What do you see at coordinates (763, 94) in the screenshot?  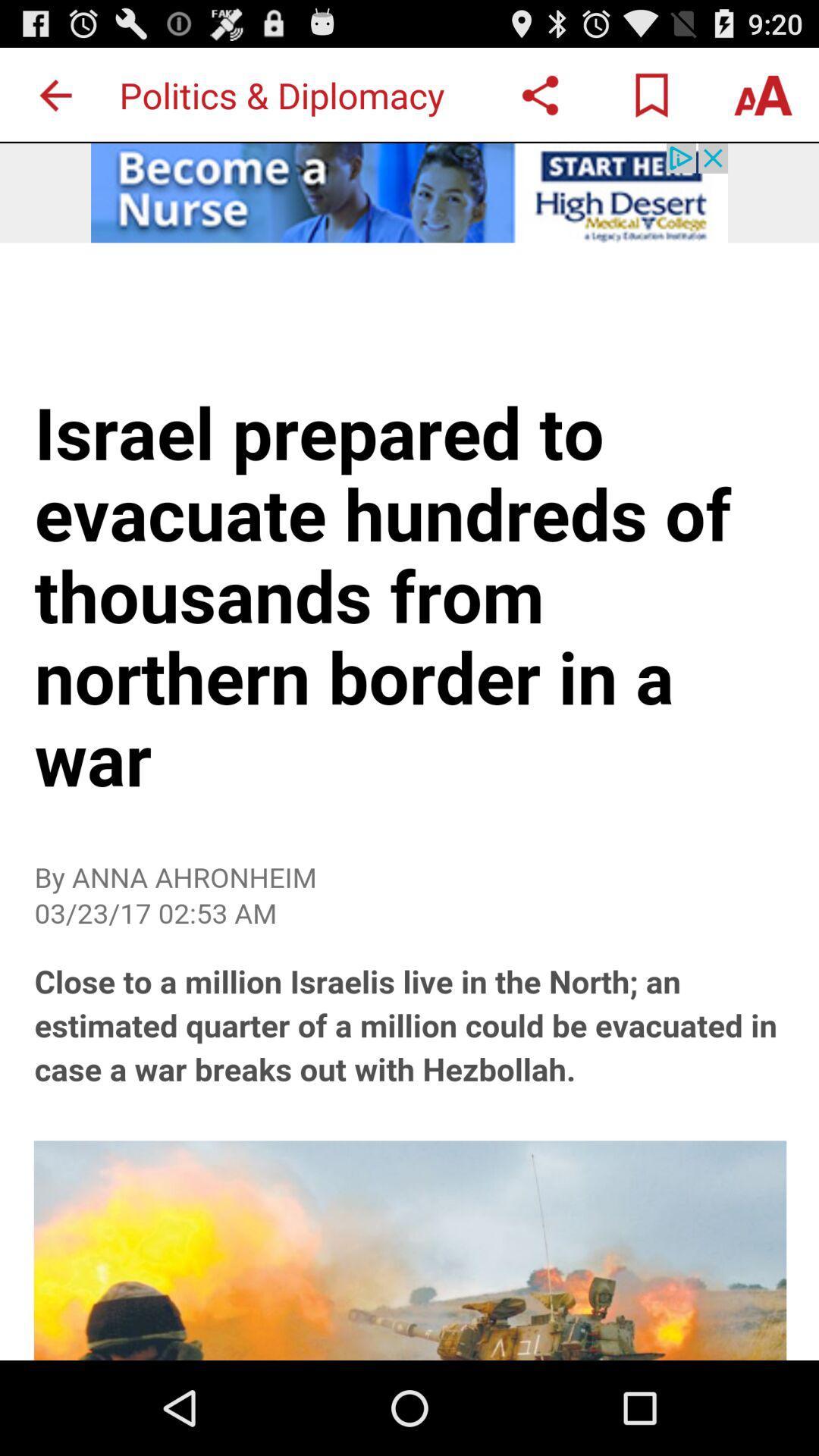 I see `font` at bounding box center [763, 94].